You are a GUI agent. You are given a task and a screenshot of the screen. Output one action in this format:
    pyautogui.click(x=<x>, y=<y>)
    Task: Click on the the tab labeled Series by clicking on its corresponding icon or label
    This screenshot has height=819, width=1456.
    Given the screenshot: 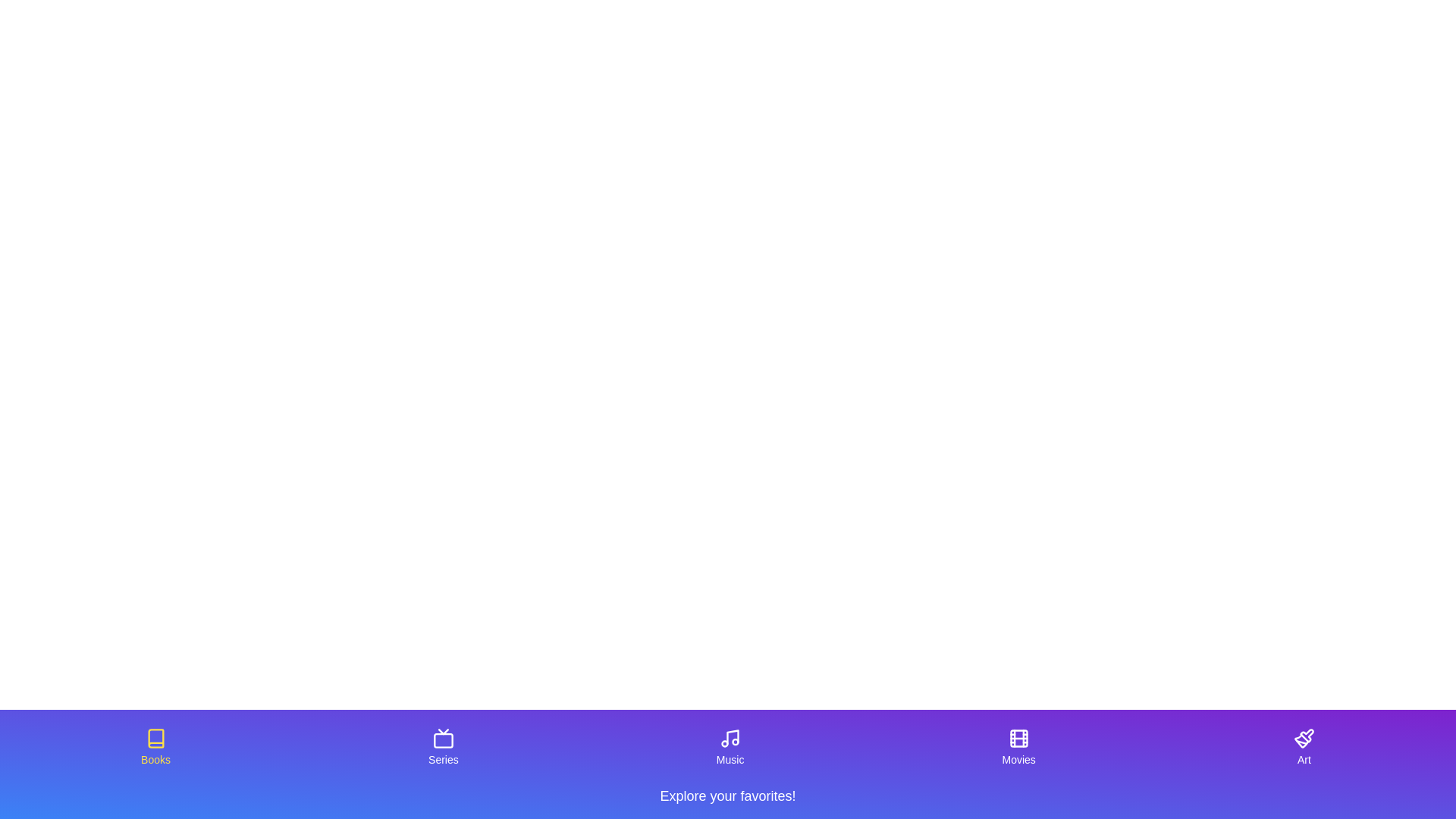 What is the action you would take?
    pyautogui.click(x=442, y=747)
    